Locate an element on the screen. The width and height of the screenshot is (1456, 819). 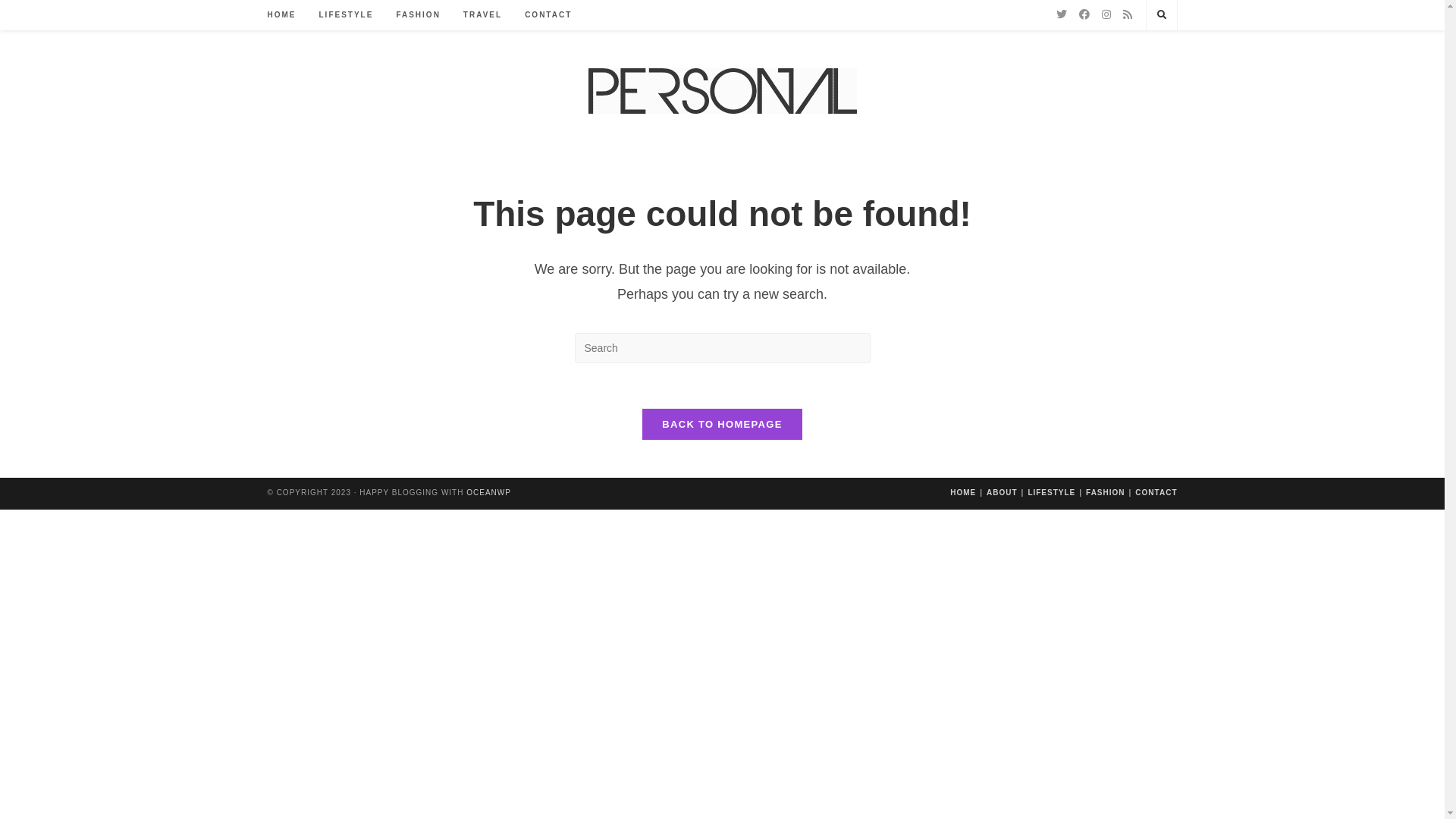
'CONTACT' is located at coordinates (1135, 492).